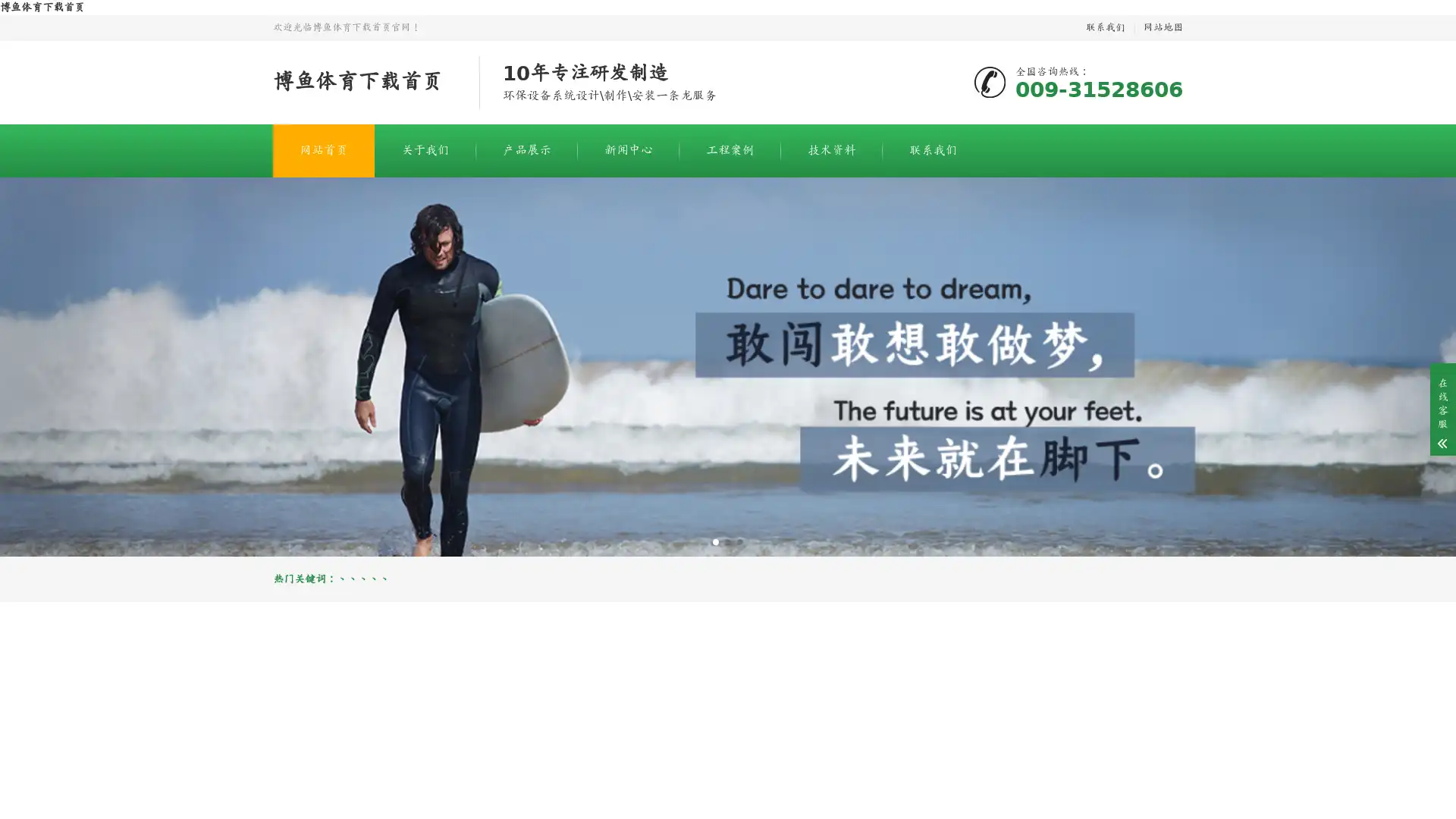 The image size is (1456, 819). Describe the element at coordinates (739, 541) in the screenshot. I see `Go to slide 3` at that location.